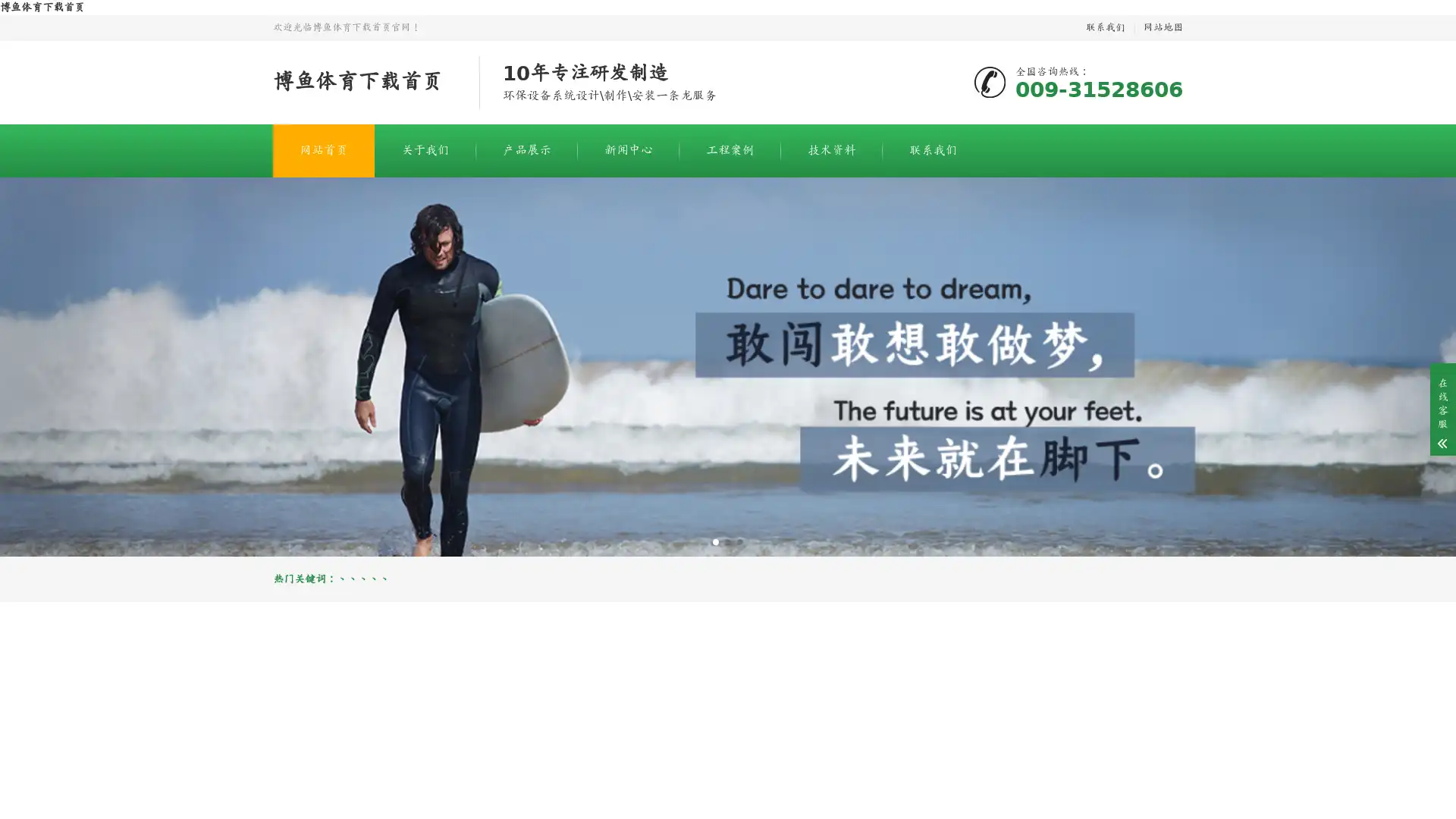 The image size is (1456, 819). Describe the element at coordinates (739, 541) in the screenshot. I see `Go to slide 3` at that location.